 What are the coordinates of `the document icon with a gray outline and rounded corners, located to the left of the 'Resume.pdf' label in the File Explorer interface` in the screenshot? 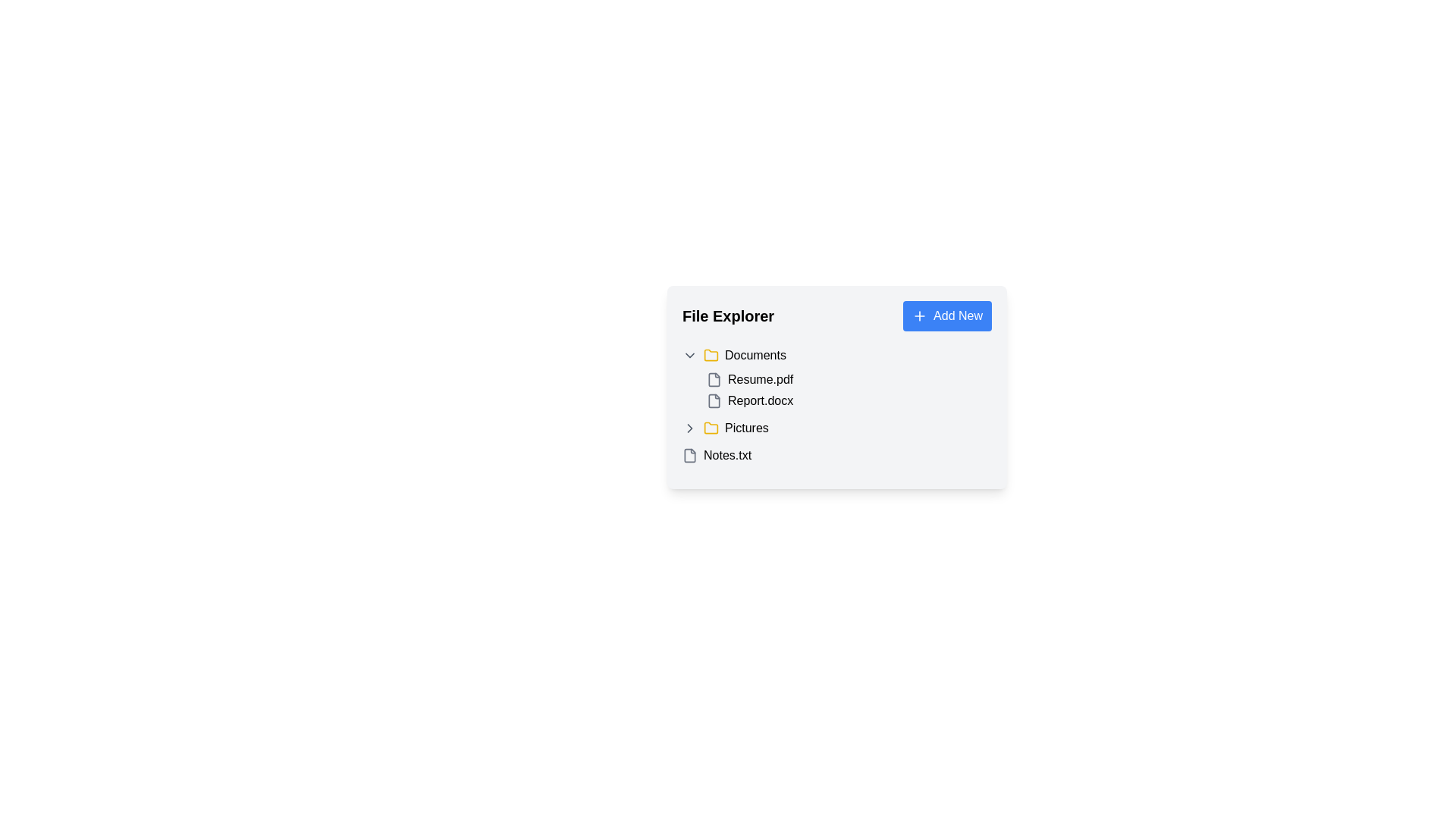 It's located at (713, 379).